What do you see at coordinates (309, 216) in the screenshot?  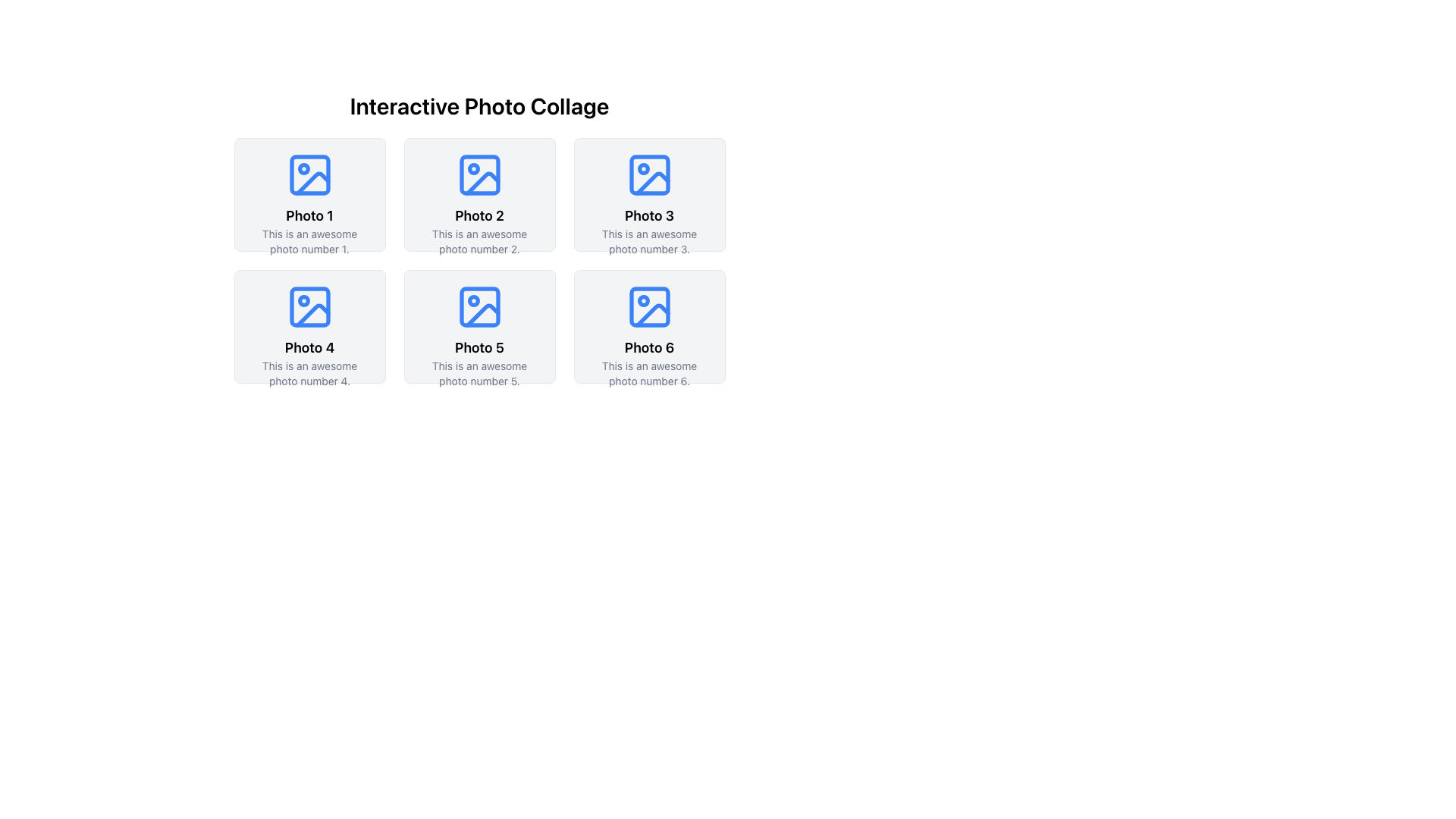 I see `text label 'Photo 1' which is a bold title located in the center of the top-left photo card in the grid layout` at bounding box center [309, 216].